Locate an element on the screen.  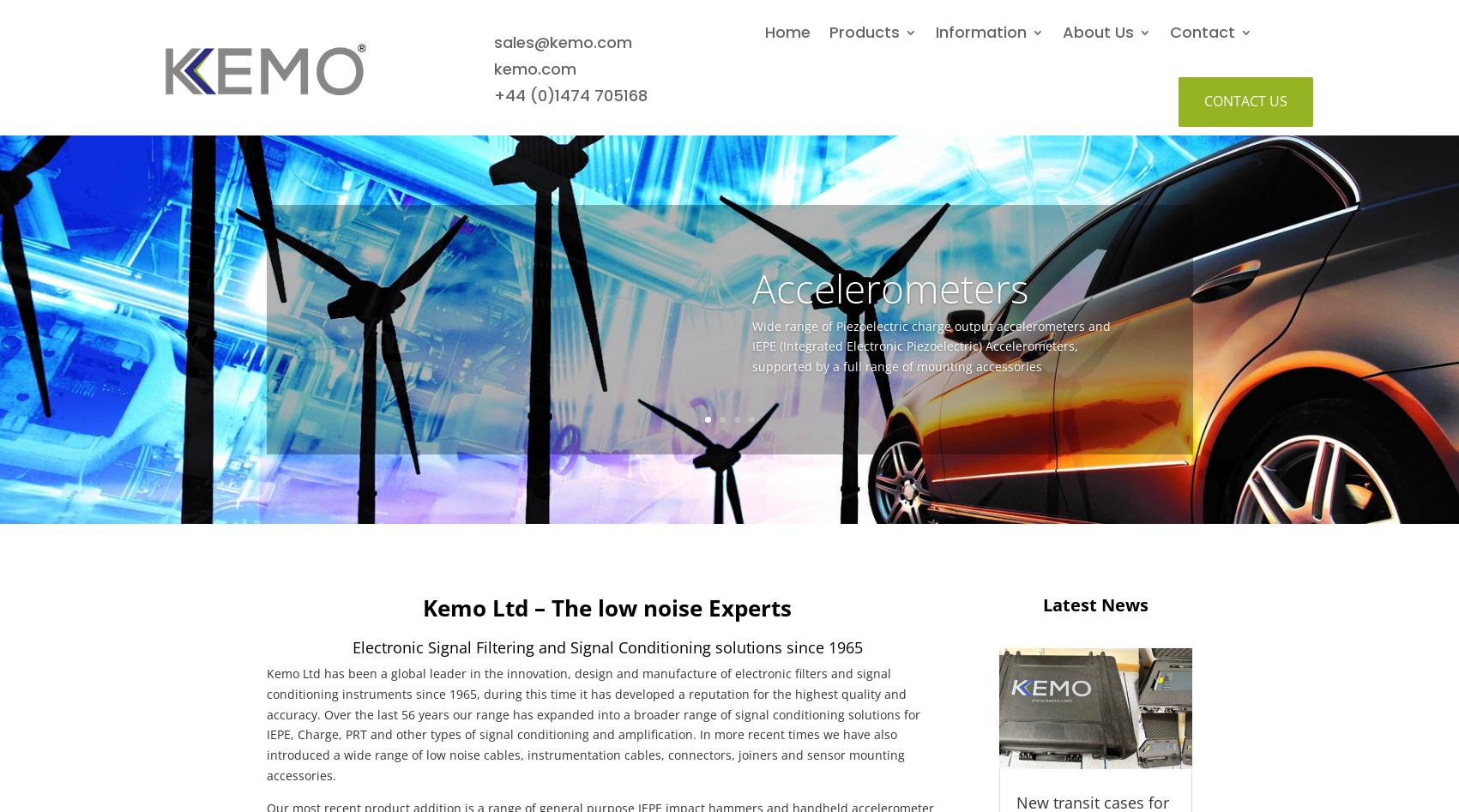
'Kemo Ltd has been a global leader in the innovation, design and manufacture of electronic filters and signal conditioning instruments since 1965, during this time it has developed a reputation for the highest quality and accuracy. Over the last 56 years our range has expanded into a broader range of signal conditioning solutions for IEPE, Charge, PRT and other types of signal conditioning and amplification. In more recent times we have also introduced a wide range of low noise cables, instrumentation cables, connectors, joiners and sensor mounting accessories.' is located at coordinates (591, 723).